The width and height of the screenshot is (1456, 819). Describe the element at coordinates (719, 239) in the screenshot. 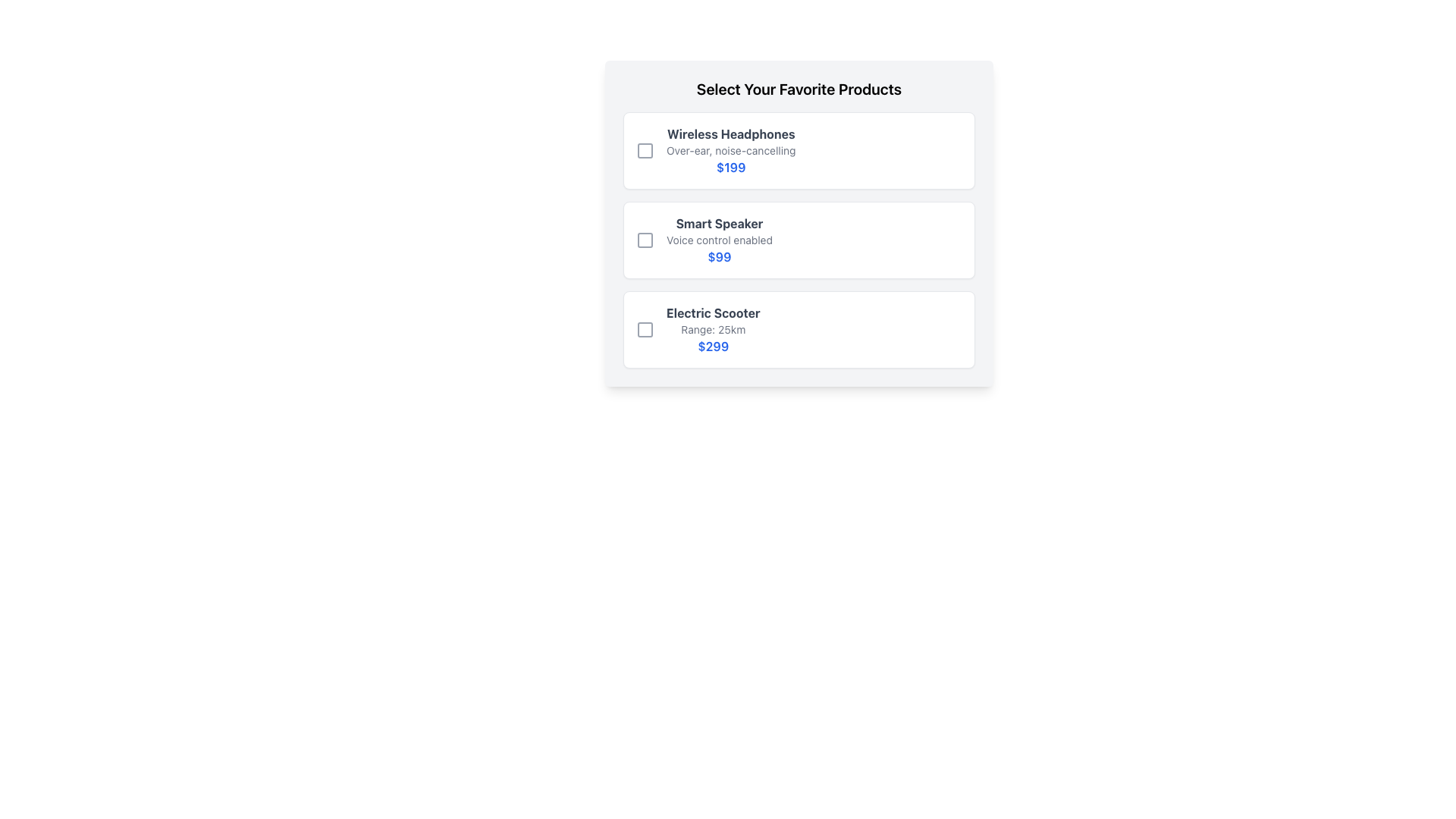

I see `information displayed in the text block containing the title 'Smart Speaker', description 'Voice control enabled', and price '$99'` at that location.